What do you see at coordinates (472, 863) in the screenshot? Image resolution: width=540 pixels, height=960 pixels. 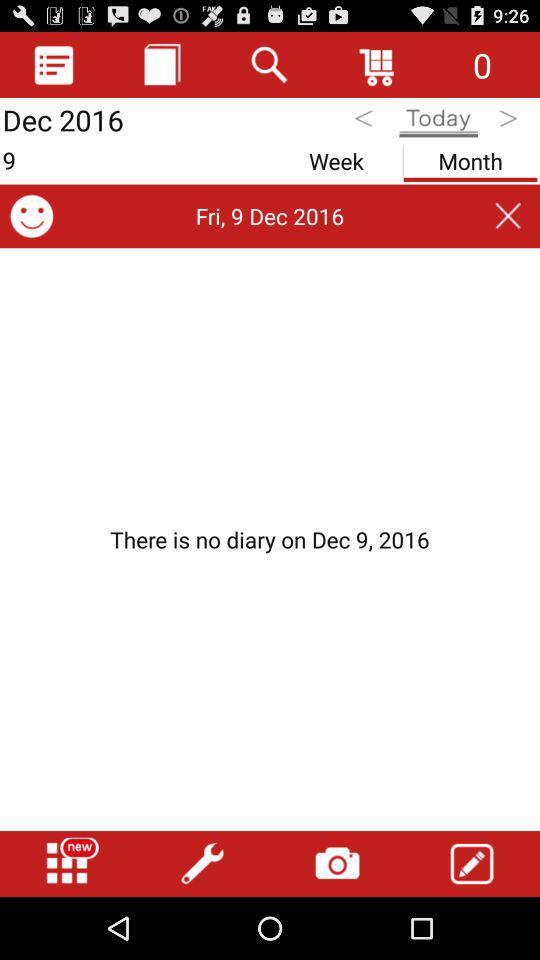 I see `icon at the bottom right corner` at bounding box center [472, 863].